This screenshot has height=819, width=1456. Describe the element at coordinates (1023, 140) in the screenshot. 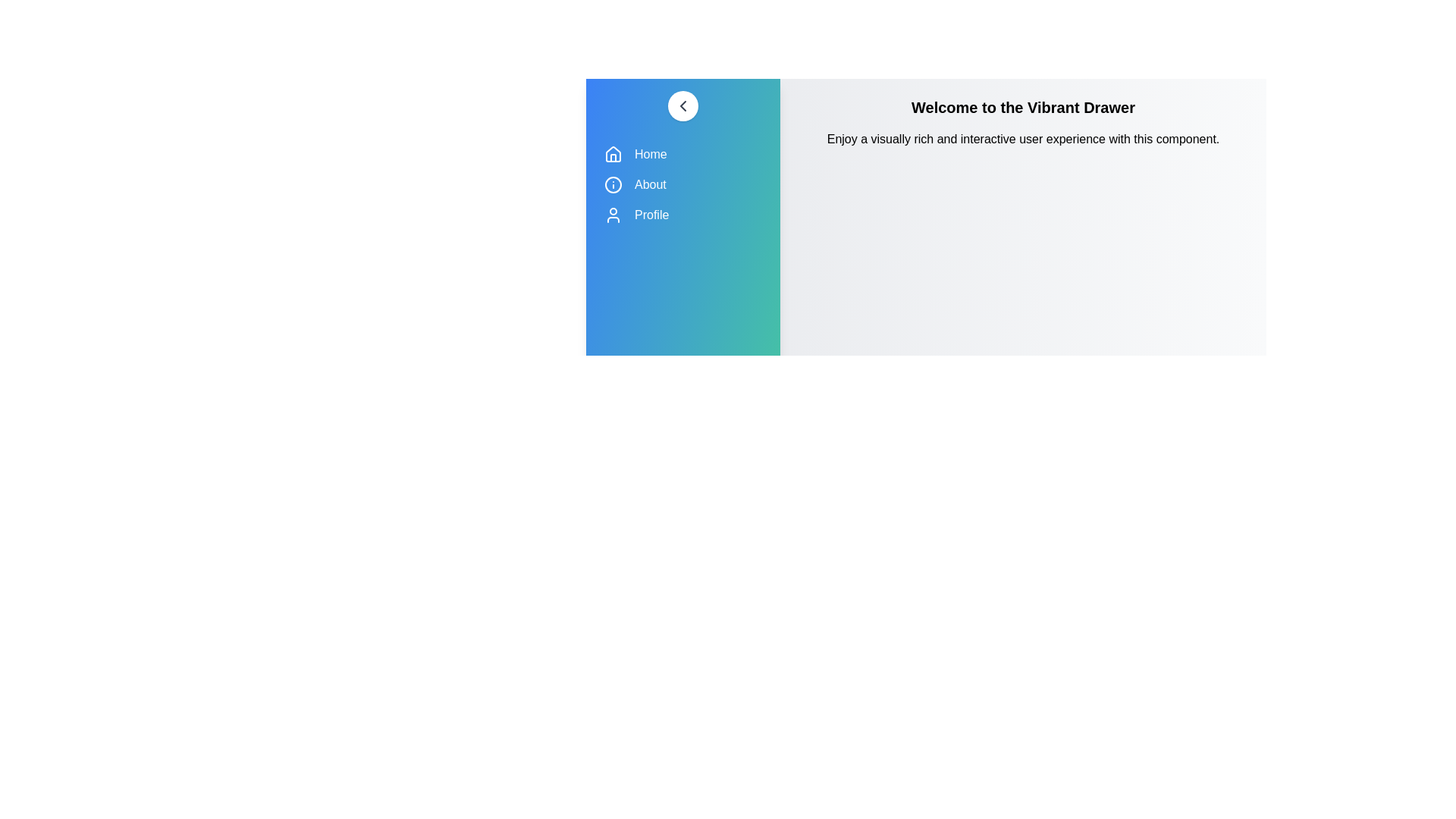

I see `the descriptive text in the VibrantDrawer component` at that location.